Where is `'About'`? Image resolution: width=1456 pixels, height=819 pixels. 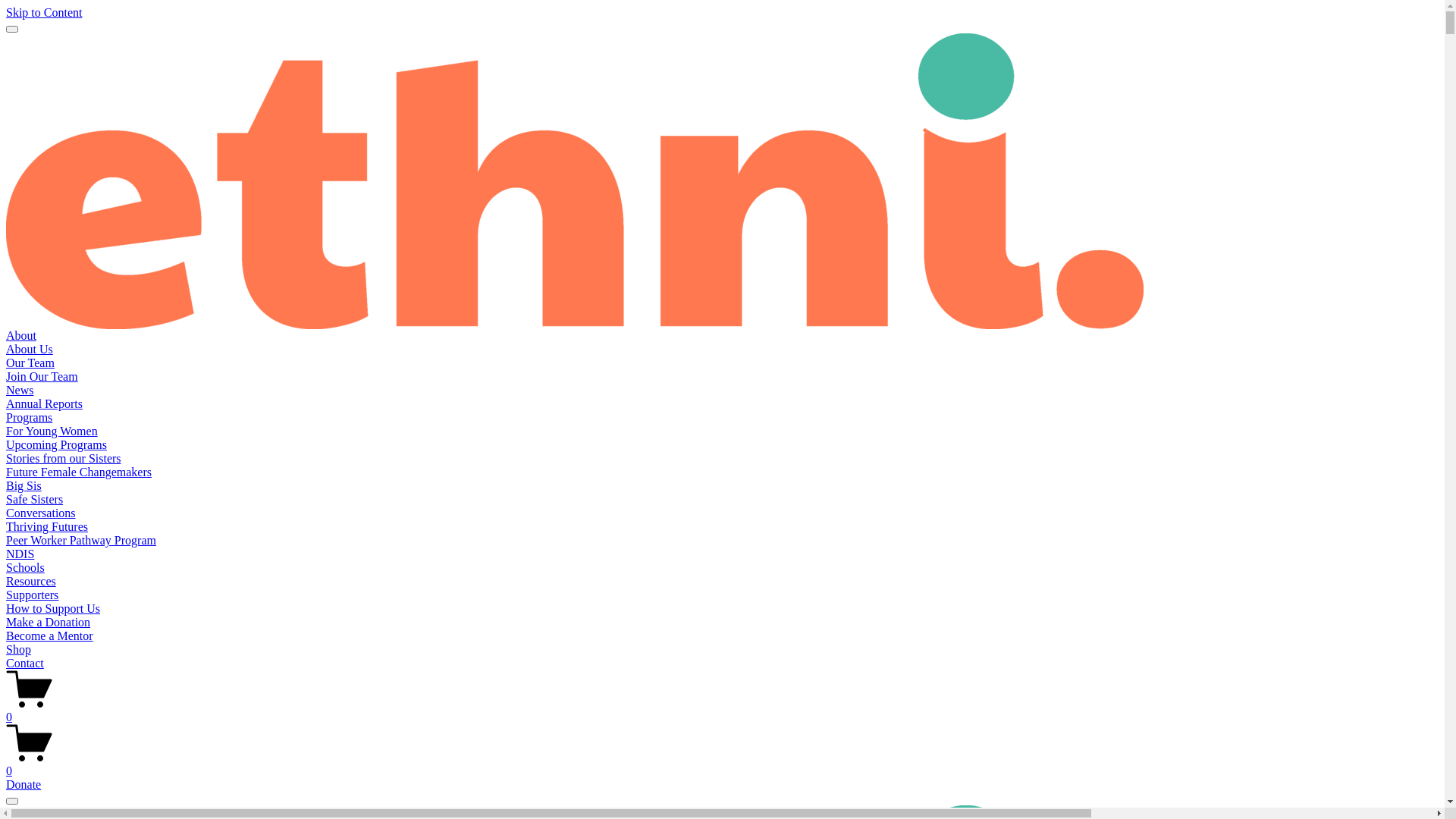 'About' is located at coordinates (21, 334).